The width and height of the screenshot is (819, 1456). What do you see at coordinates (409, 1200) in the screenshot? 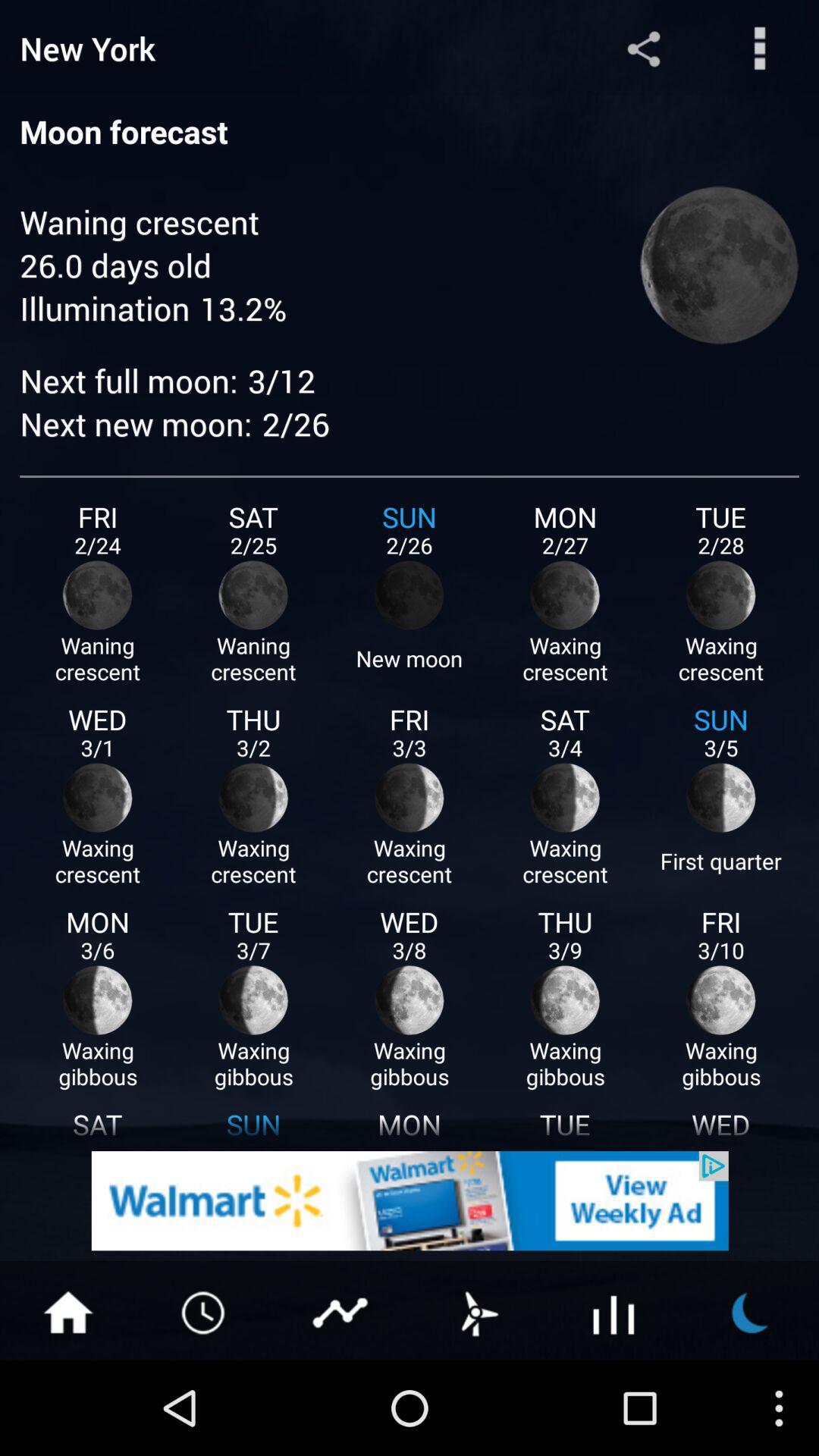
I see `click the advertisement` at bounding box center [409, 1200].